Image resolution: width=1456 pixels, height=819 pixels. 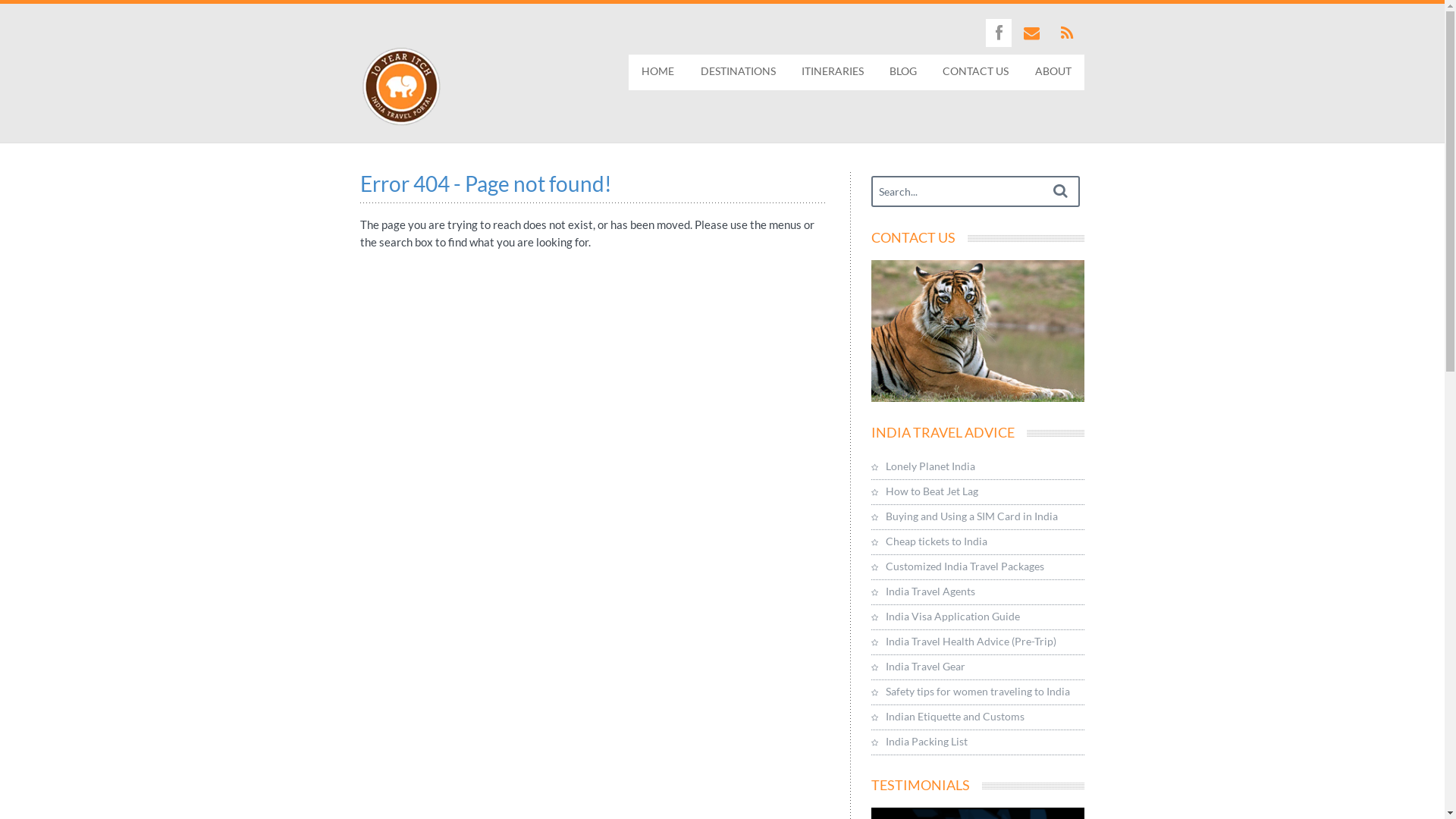 I want to click on 'Search', so click(x=1059, y=190).